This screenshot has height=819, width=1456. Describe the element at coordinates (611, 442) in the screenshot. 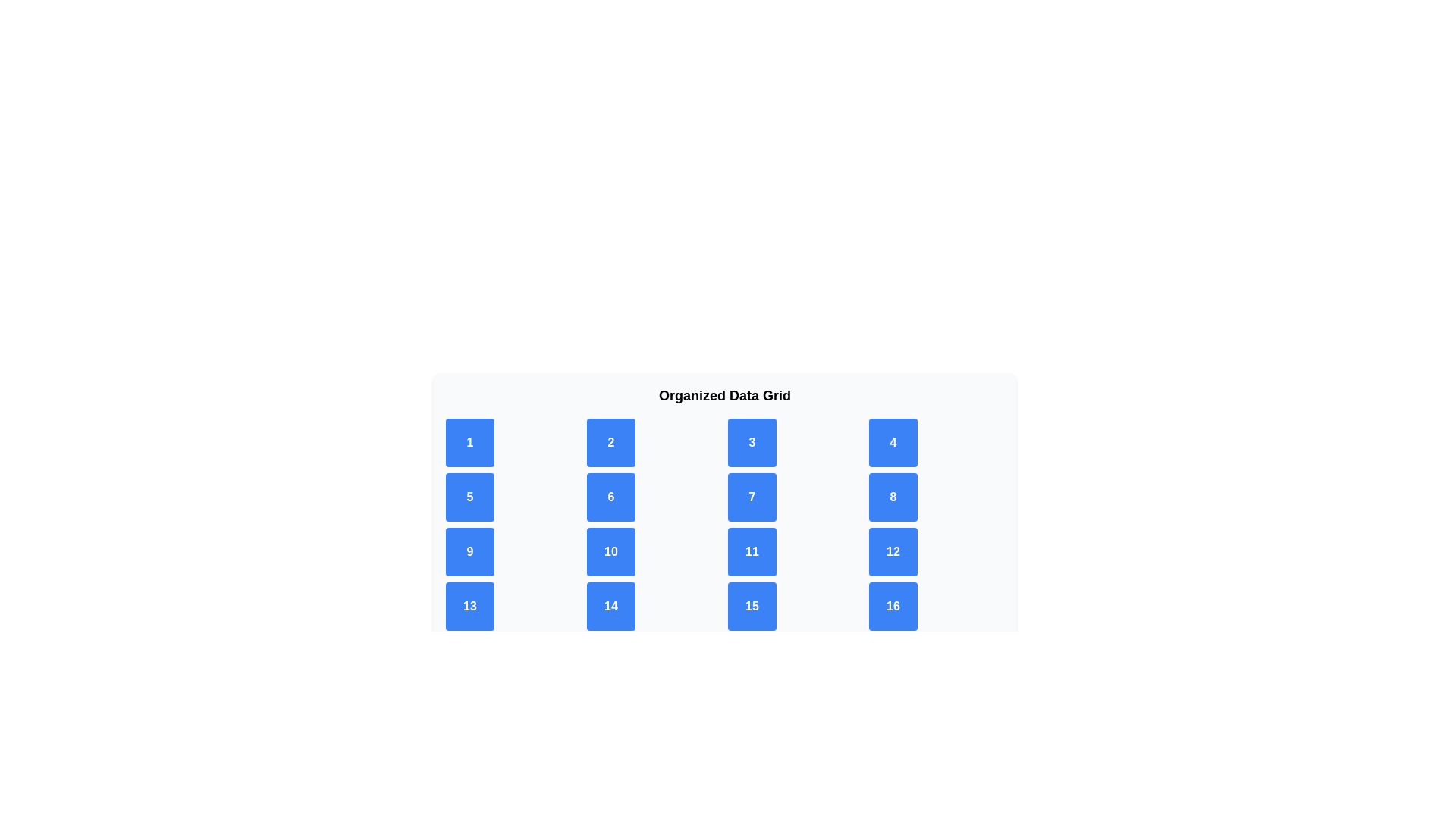

I see `the Number tile` at that location.